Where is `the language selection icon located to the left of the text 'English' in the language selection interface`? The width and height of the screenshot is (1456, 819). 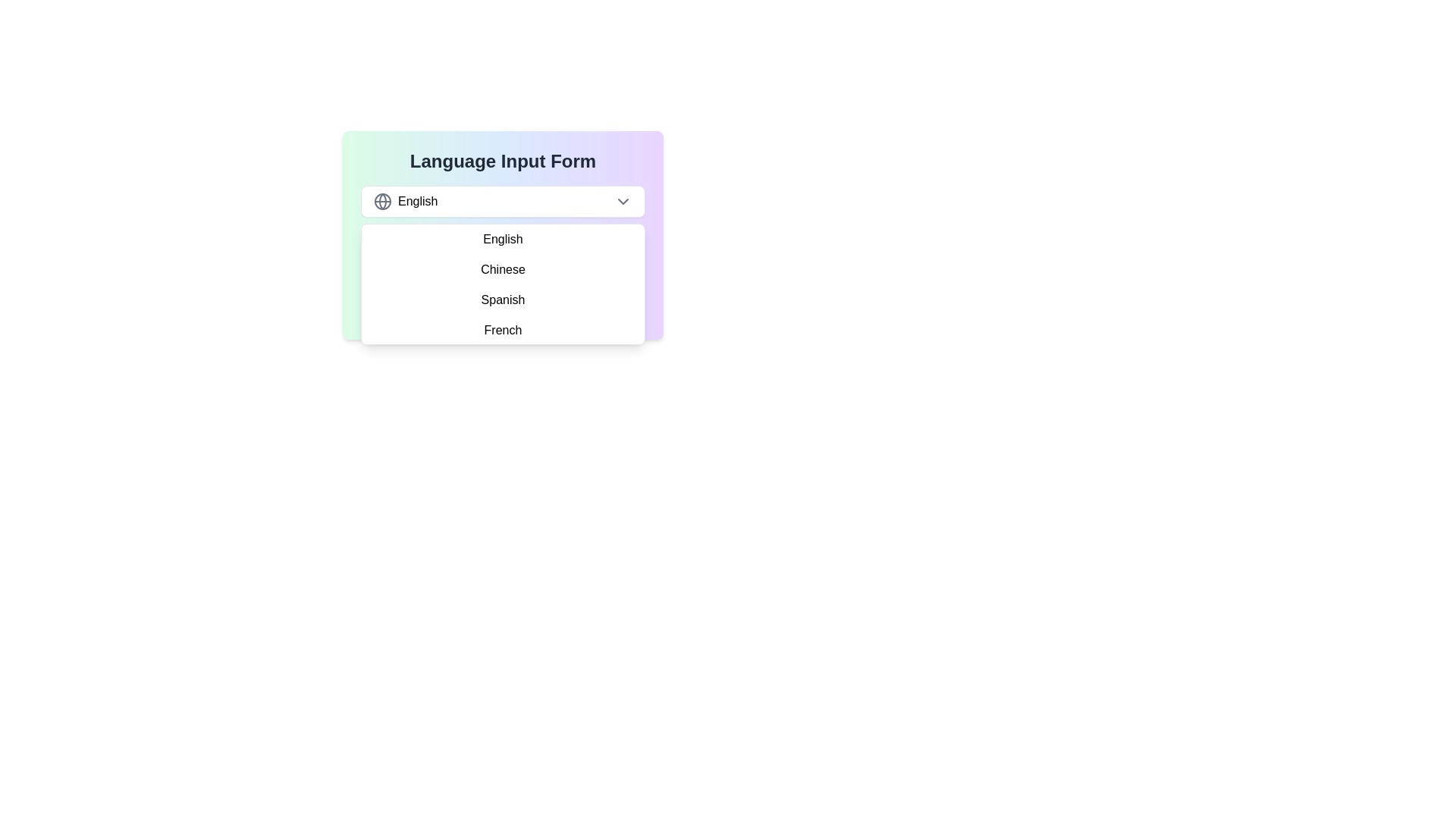 the language selection icon located to the left of the text 'English' in the language selection interface is located at coordinates (382, 201).